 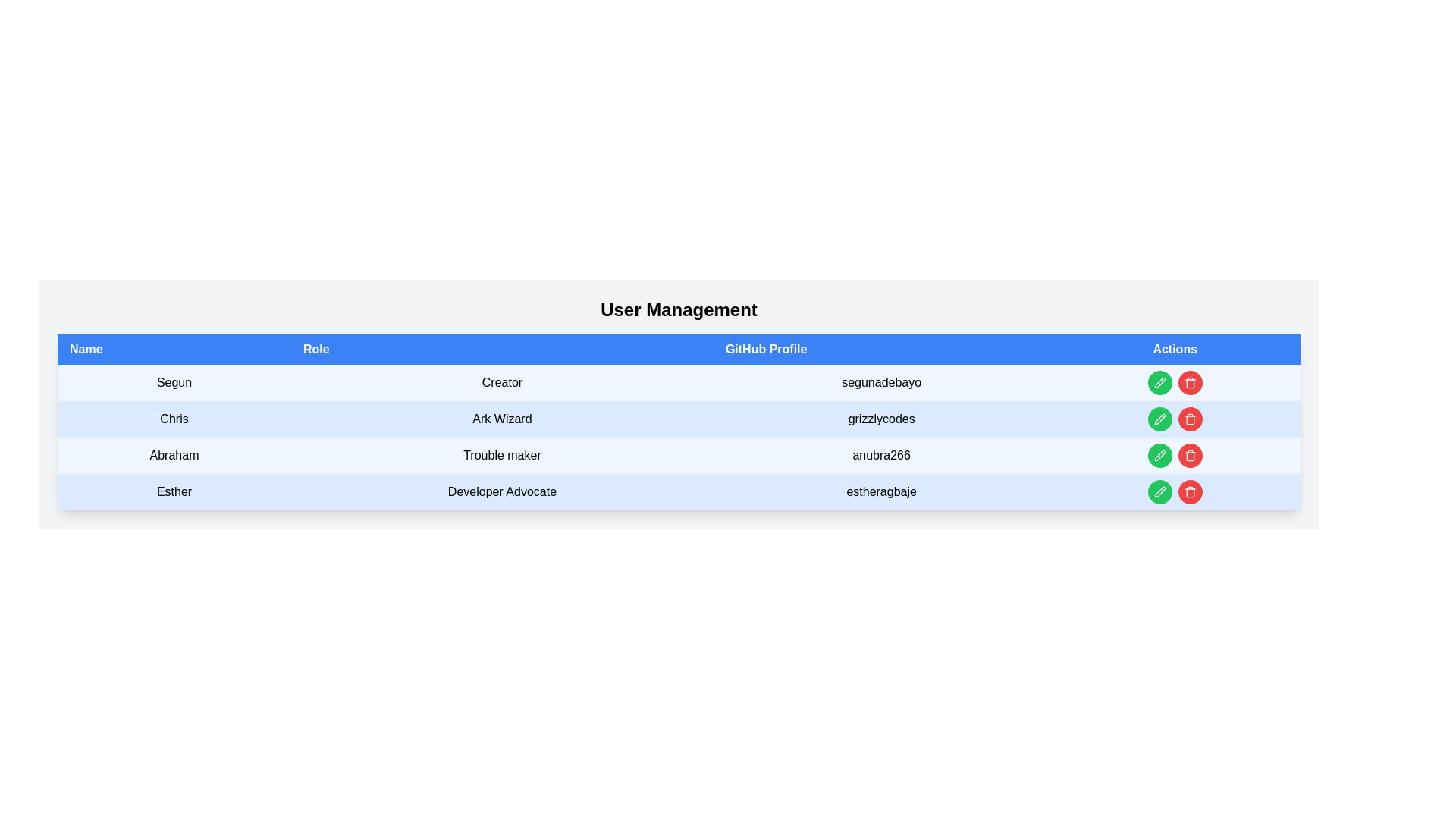 What do you see at coordinates (502, 455) in the screenshot?
I see `the static text label displaying 'Trouble maker' that is located in the second cell of the second column within a table structure` at bounding box center [502, 455].